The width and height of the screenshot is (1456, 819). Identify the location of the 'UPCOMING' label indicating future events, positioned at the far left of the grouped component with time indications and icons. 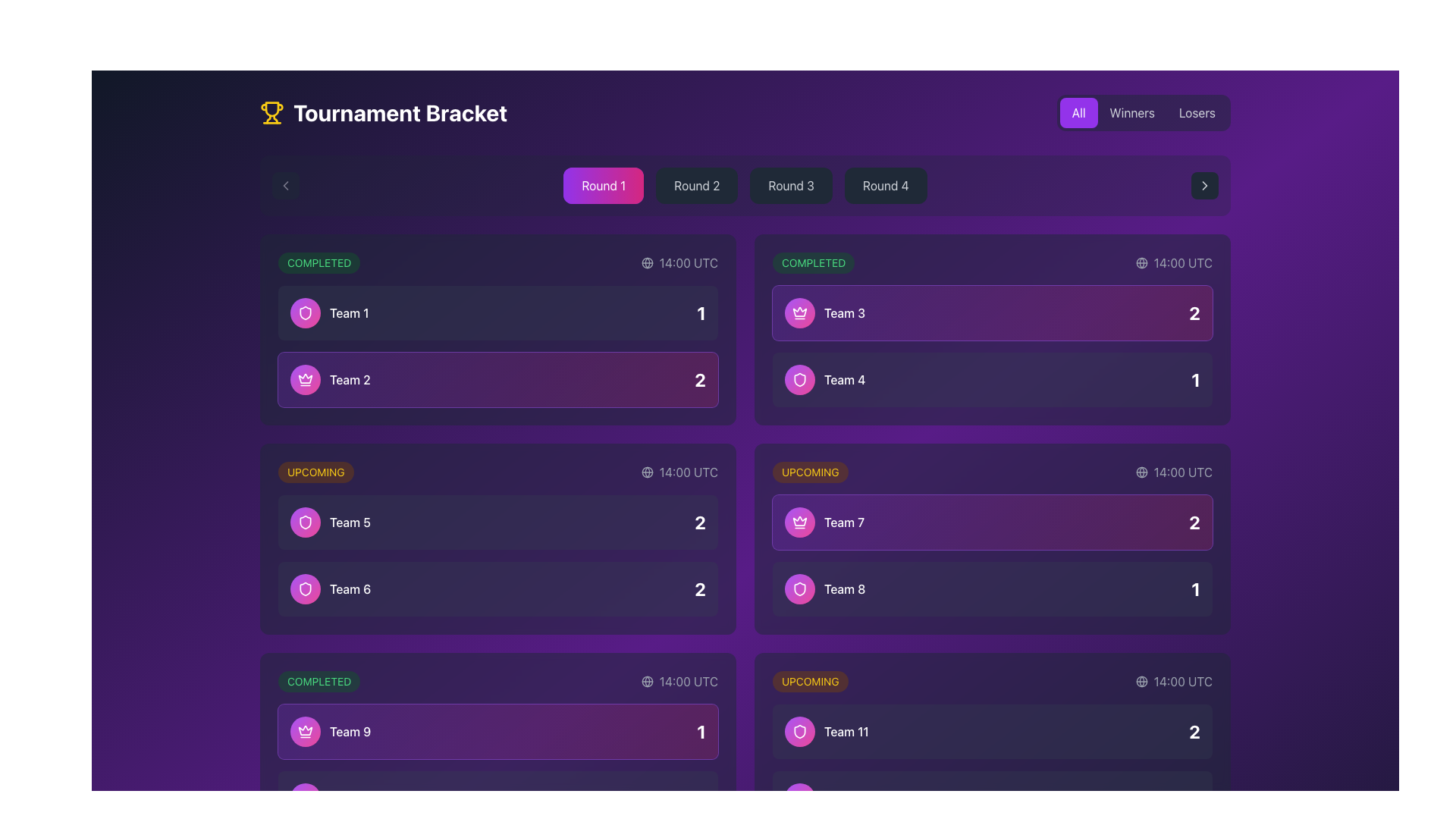
(809, 472).